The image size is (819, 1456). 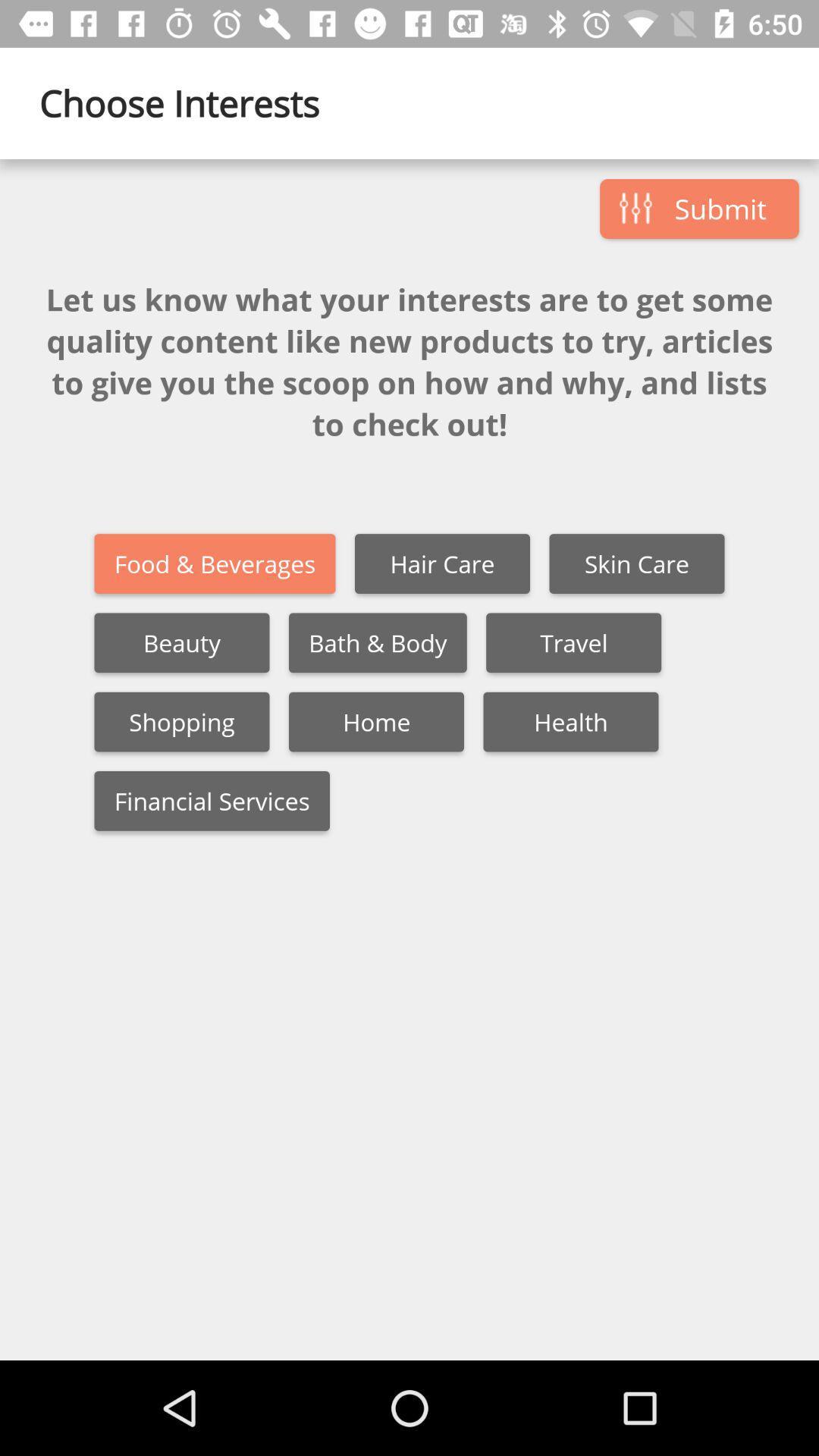 I want to click on health icon, so click(x=570, y=721).